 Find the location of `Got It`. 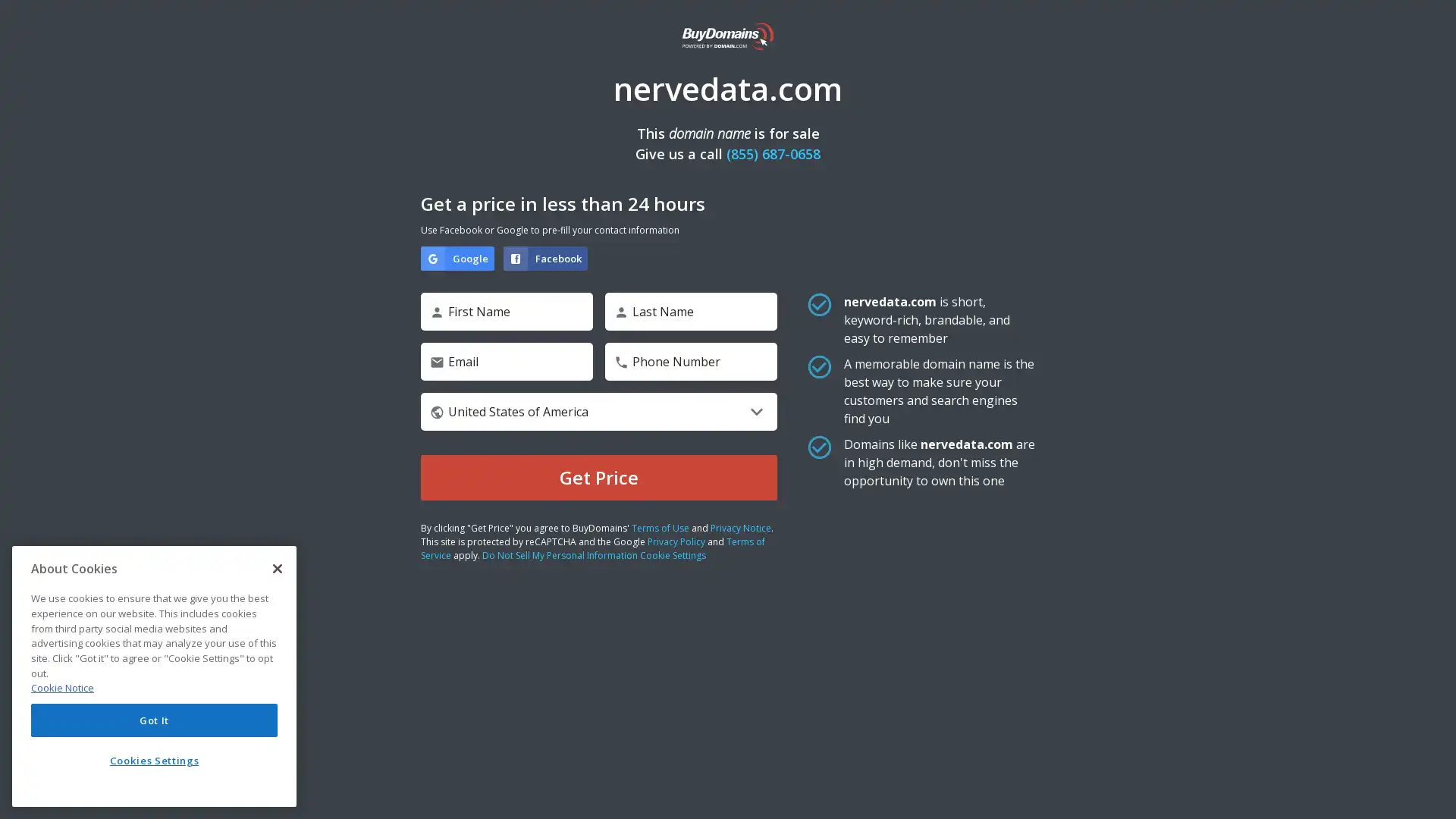

Got It is located at coordinates (154, 719).